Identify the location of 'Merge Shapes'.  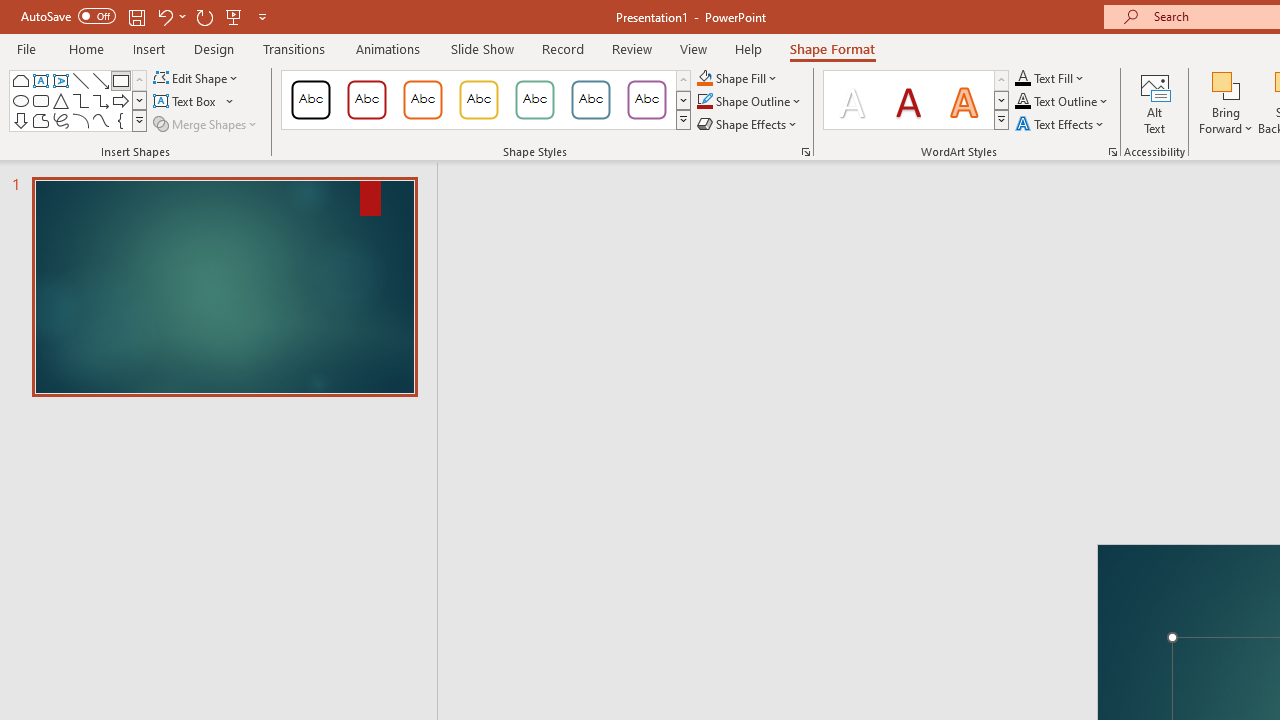
(206, 124).